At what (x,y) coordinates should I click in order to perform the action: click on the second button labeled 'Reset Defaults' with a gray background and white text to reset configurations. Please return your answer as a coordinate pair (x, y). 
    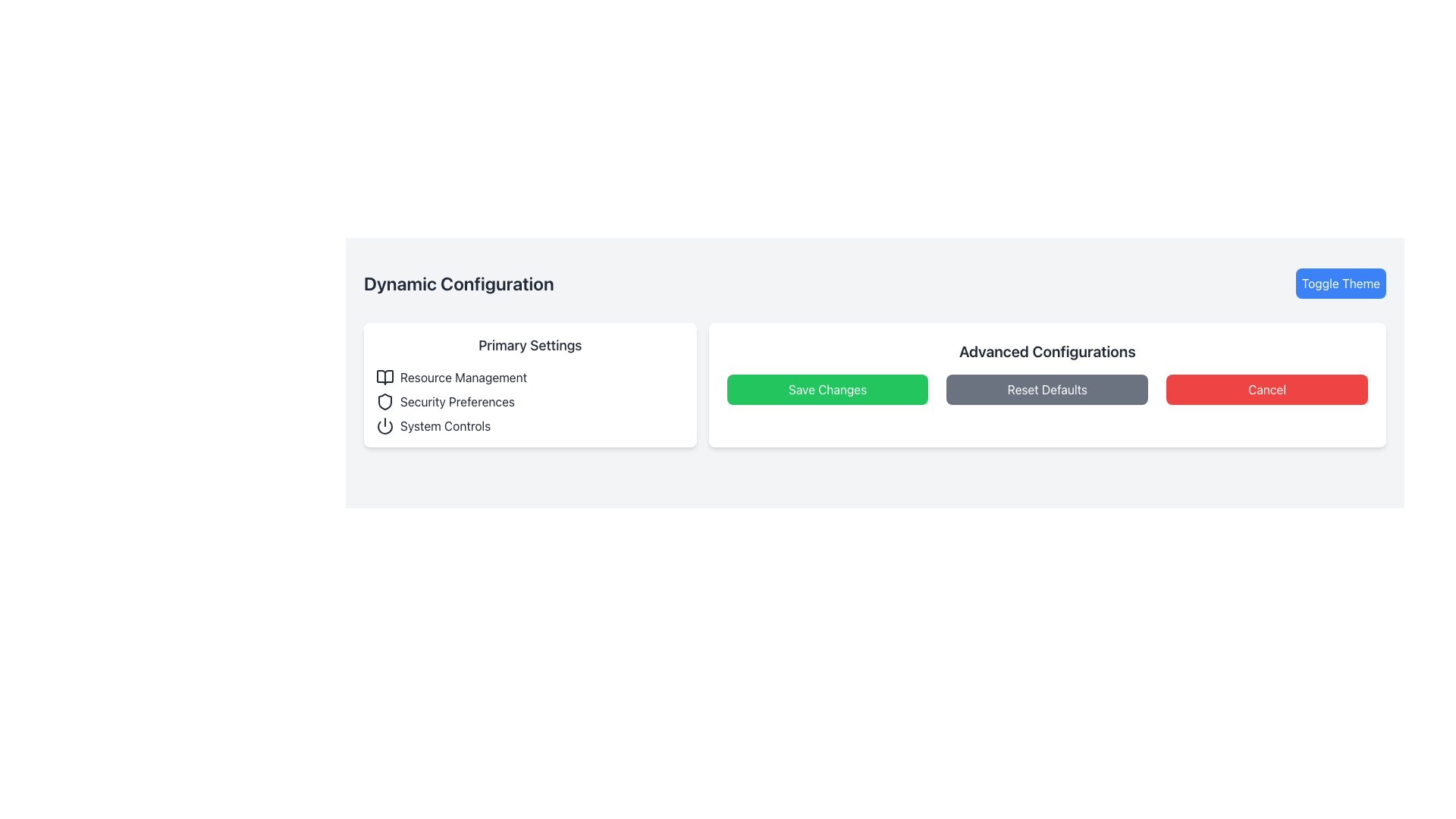
    Looking at the image, I should click on (1046, 388).